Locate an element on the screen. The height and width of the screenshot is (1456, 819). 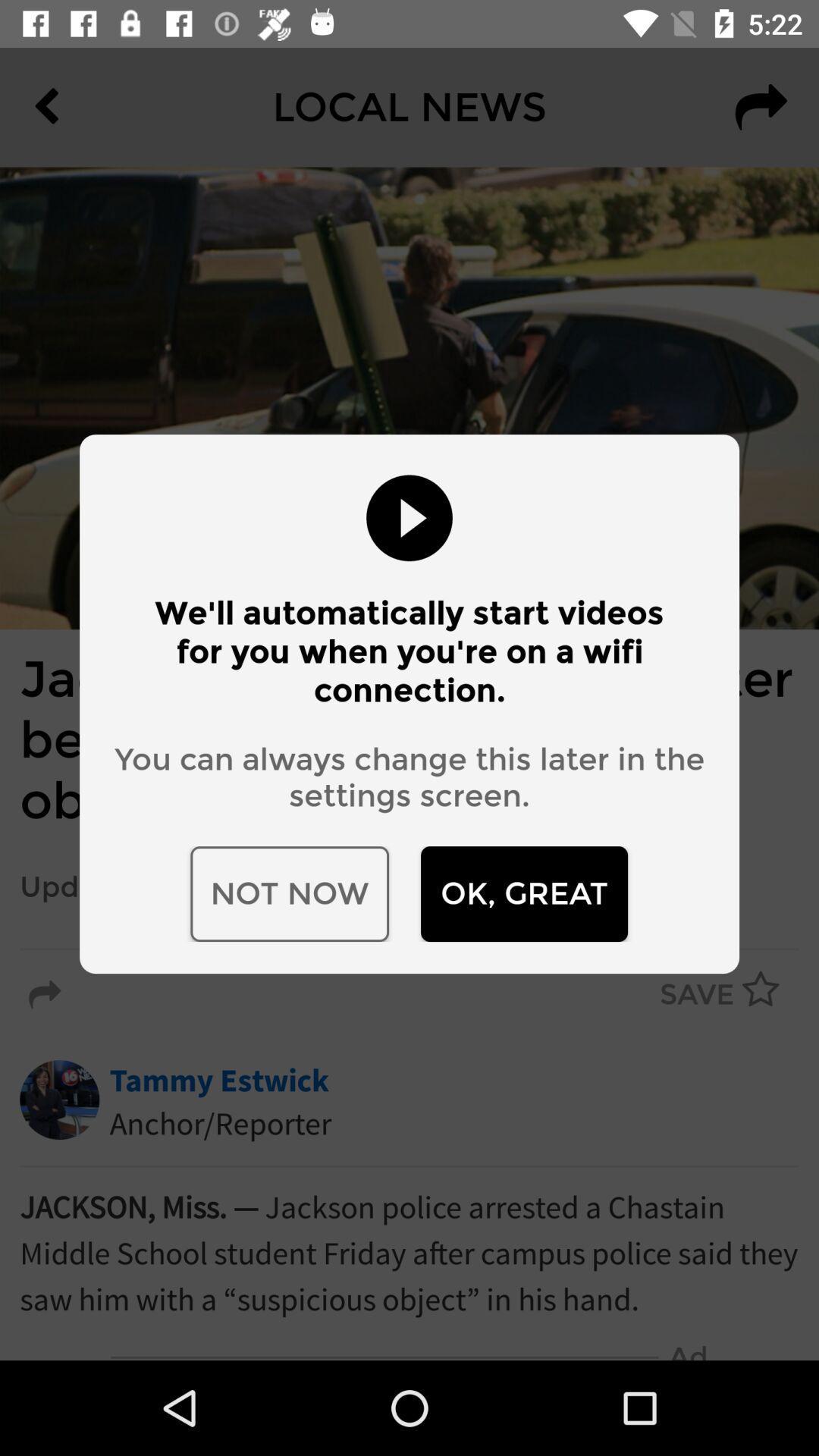
the redo icon is located at coordinates (761, 106).